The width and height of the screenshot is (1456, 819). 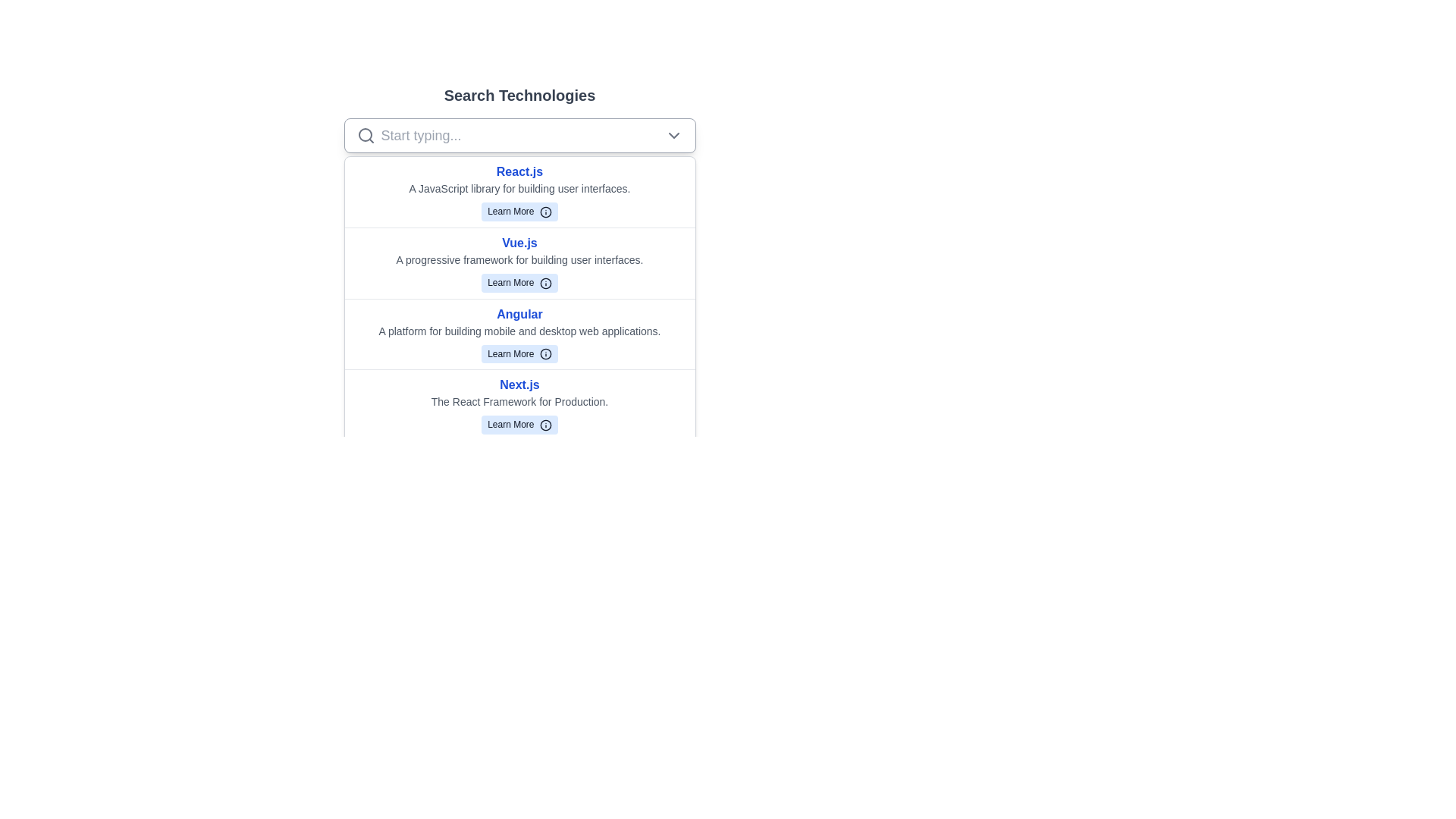 What do you see at coordinates (365, 133) in the screenshot?
I see `the circular part of the magnifying glass icon, which is located near the input field labeled 'Start typing...'` at bounding box center [365, 133].